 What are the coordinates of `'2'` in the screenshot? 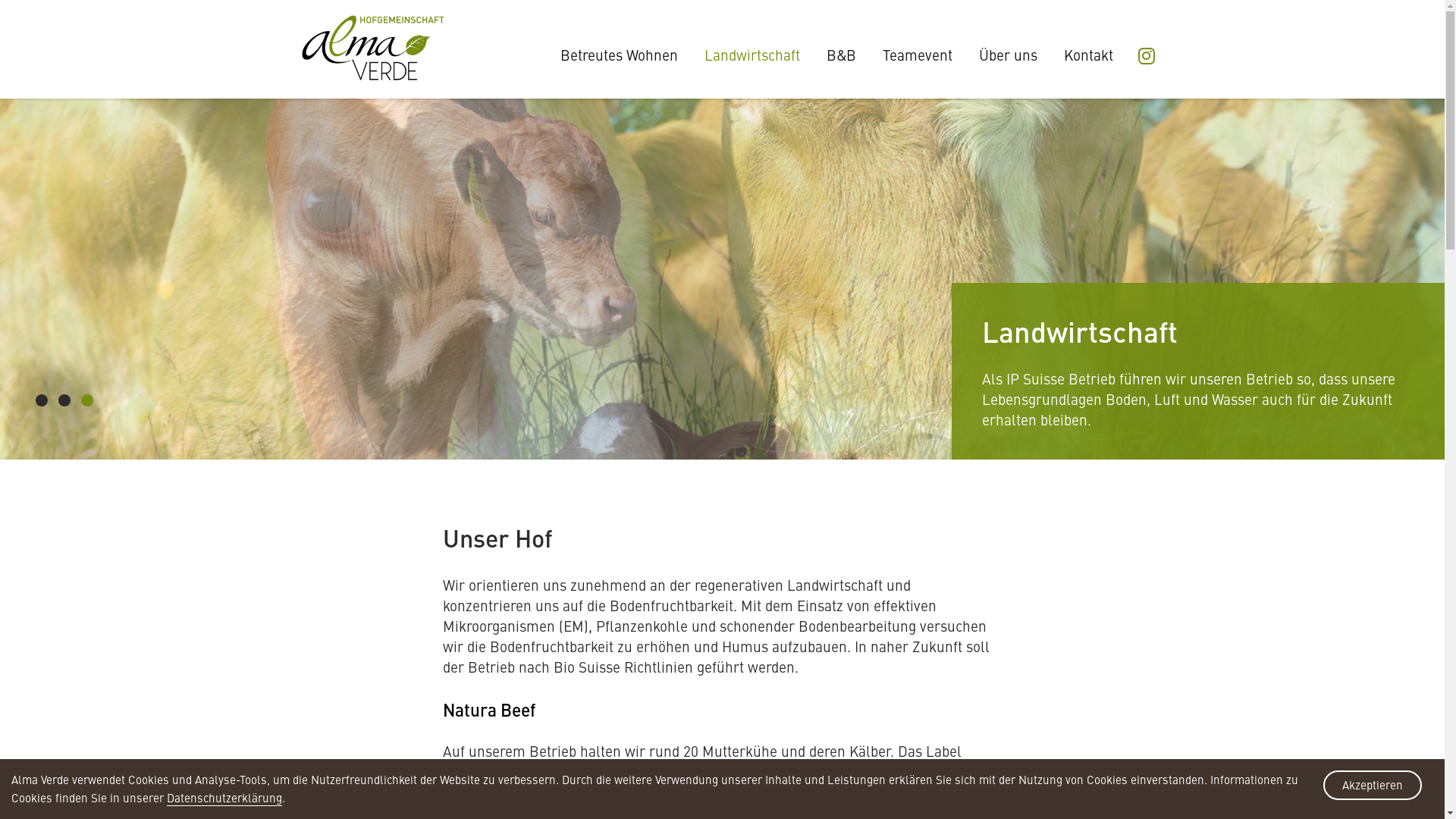 It's located at (64, 400).